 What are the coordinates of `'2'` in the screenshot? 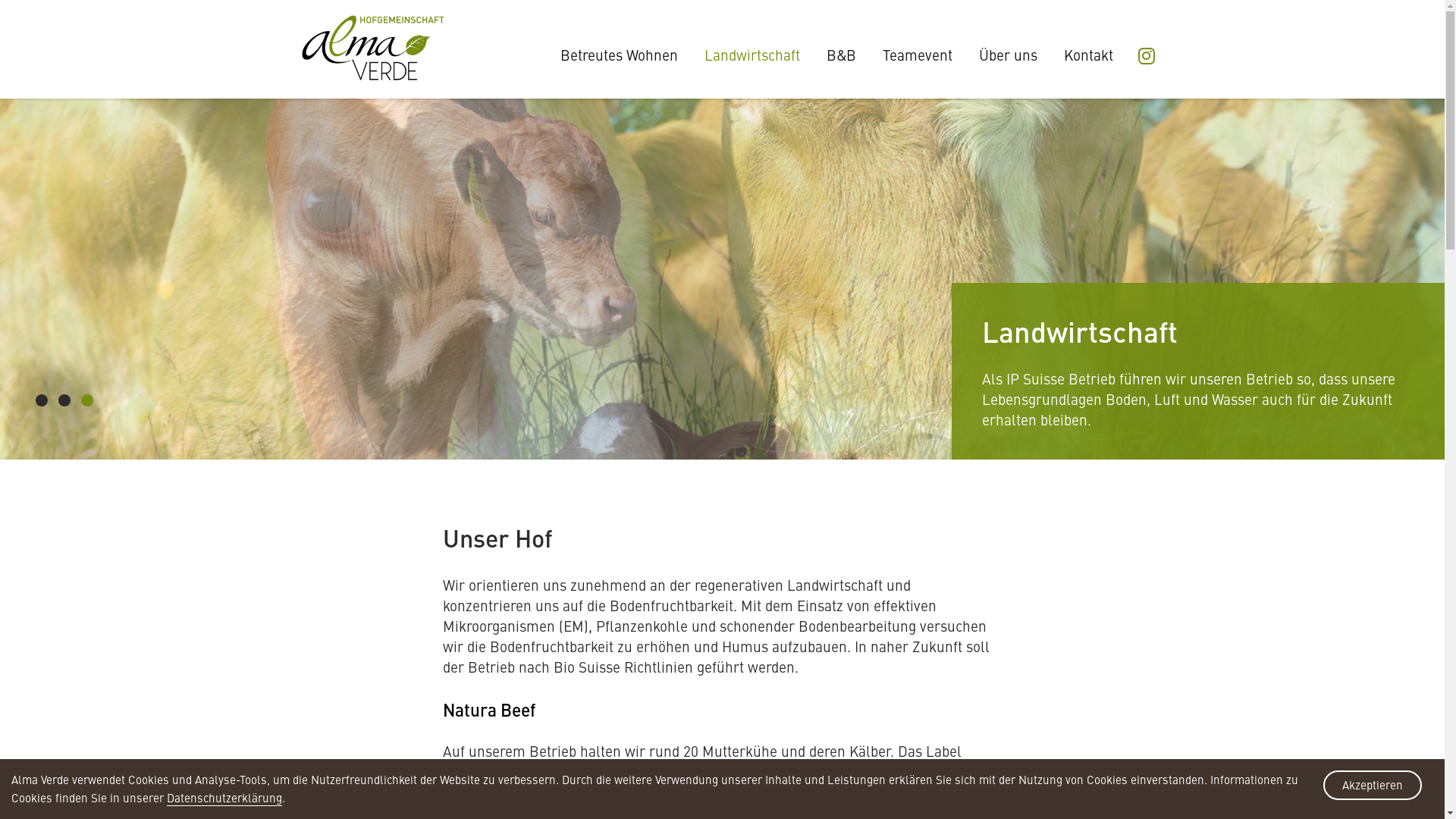 It's located at (64, 400).